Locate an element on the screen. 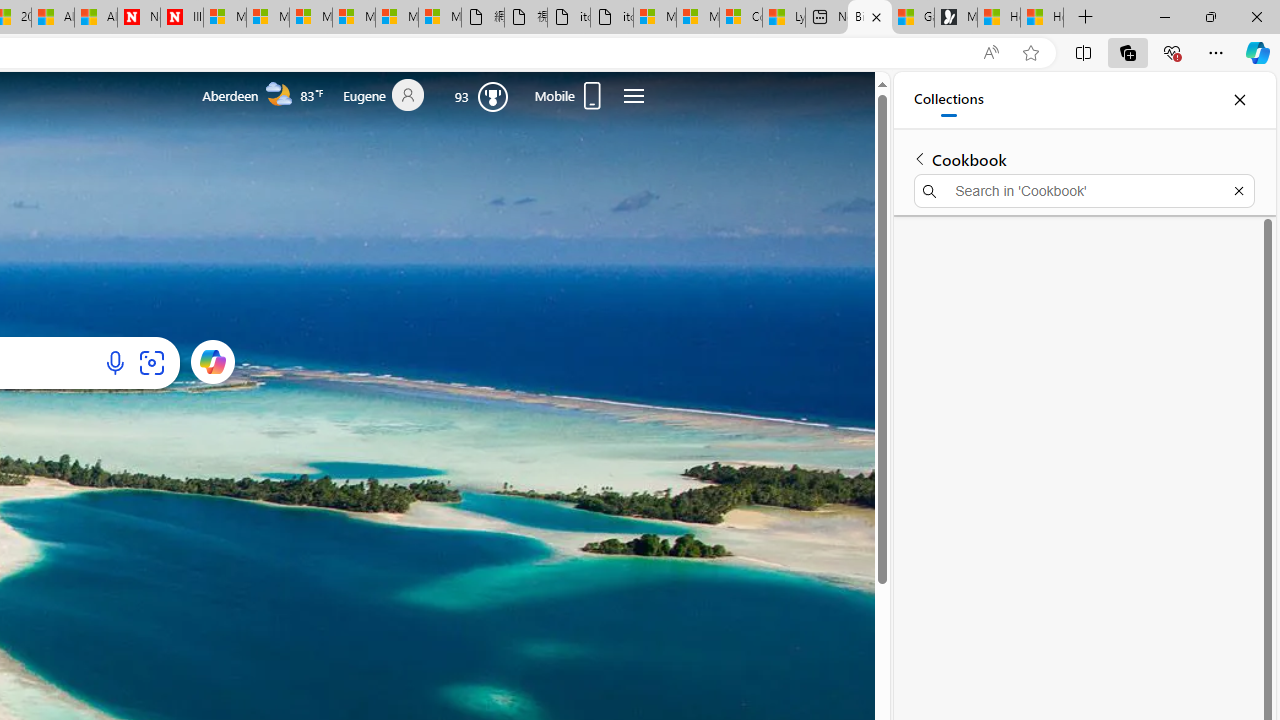 This screenshot has height=720, width=1280. 'Search in ' is located at coordinates (1083, 191).